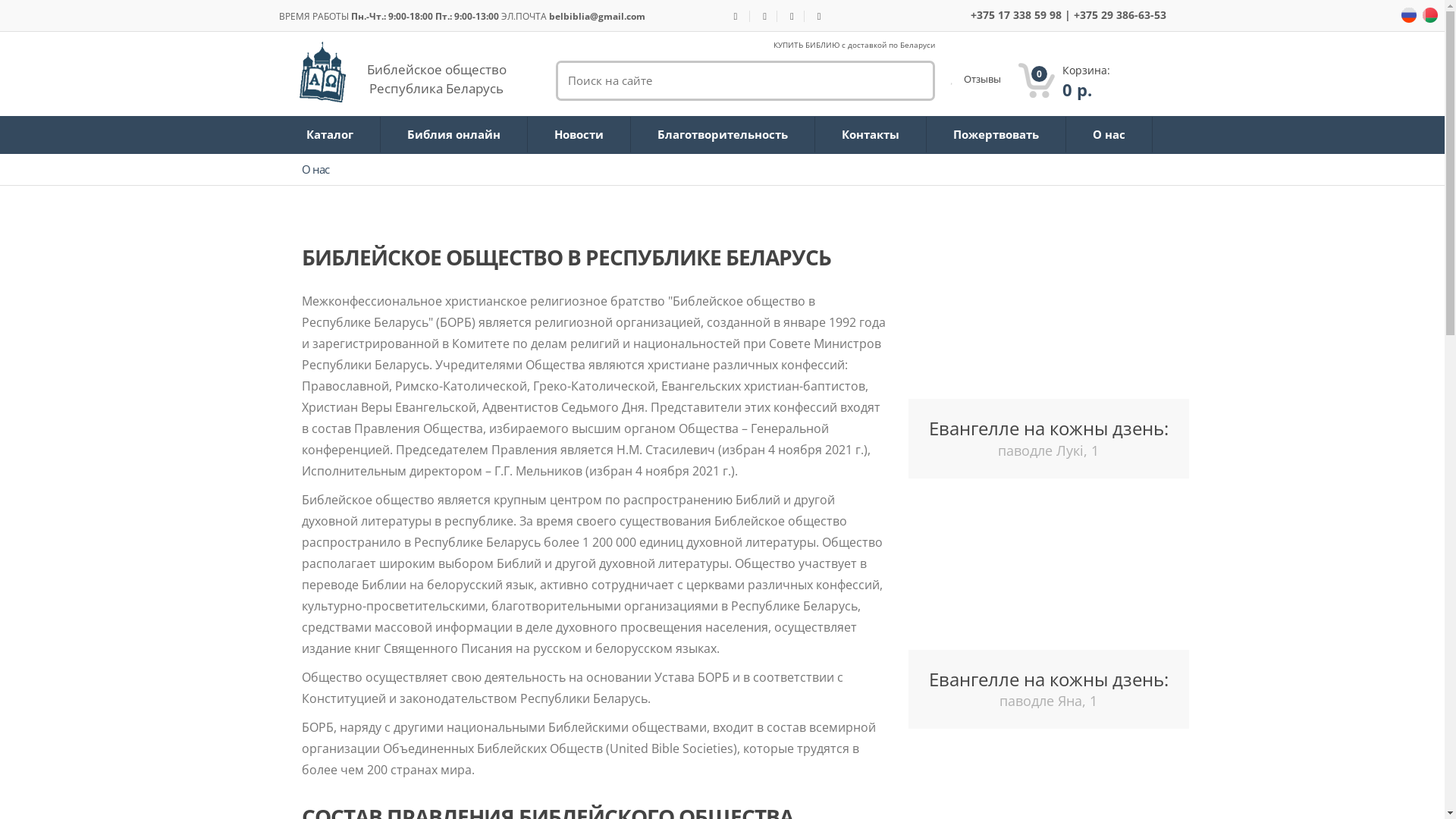 Image resolution: width=1456 pixels, height=819 pixels. I want to click on 'ru', so click(1429, 14).